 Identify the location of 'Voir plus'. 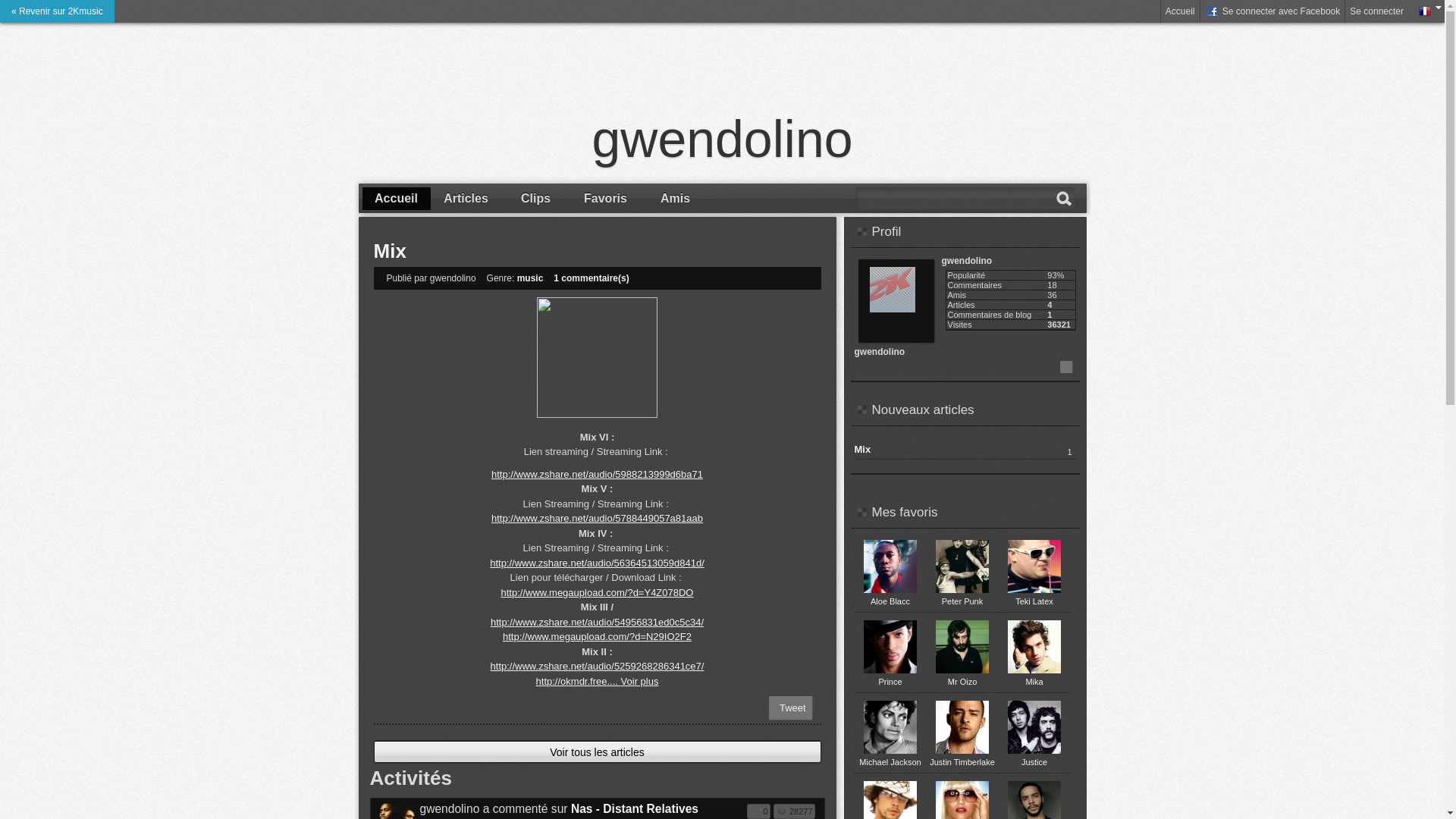
(640, 679).